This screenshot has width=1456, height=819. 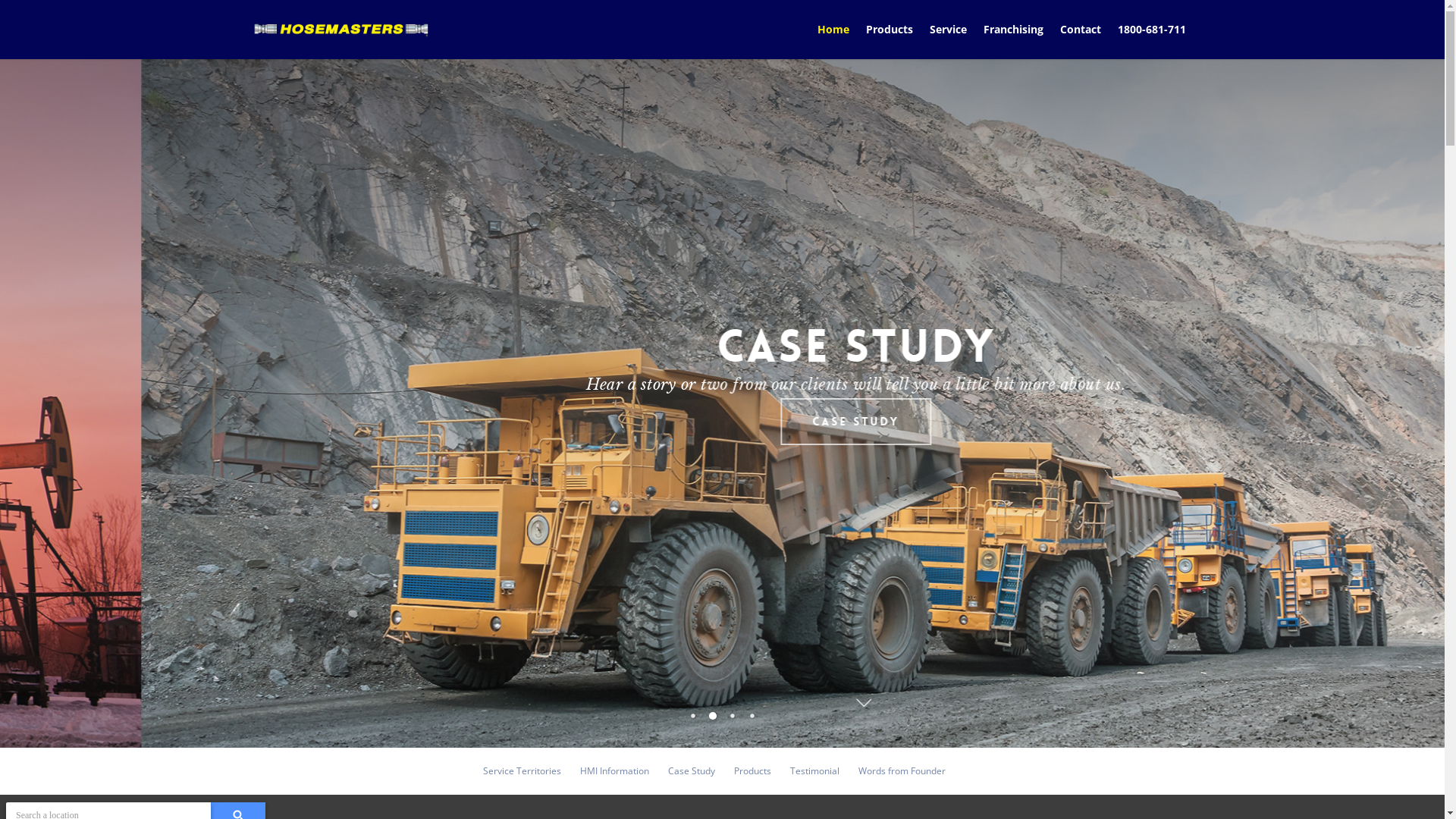 What do you see at coordinates (947, 39) in the screenshot?
I see `'Service'` at bounding box center [947, 39].